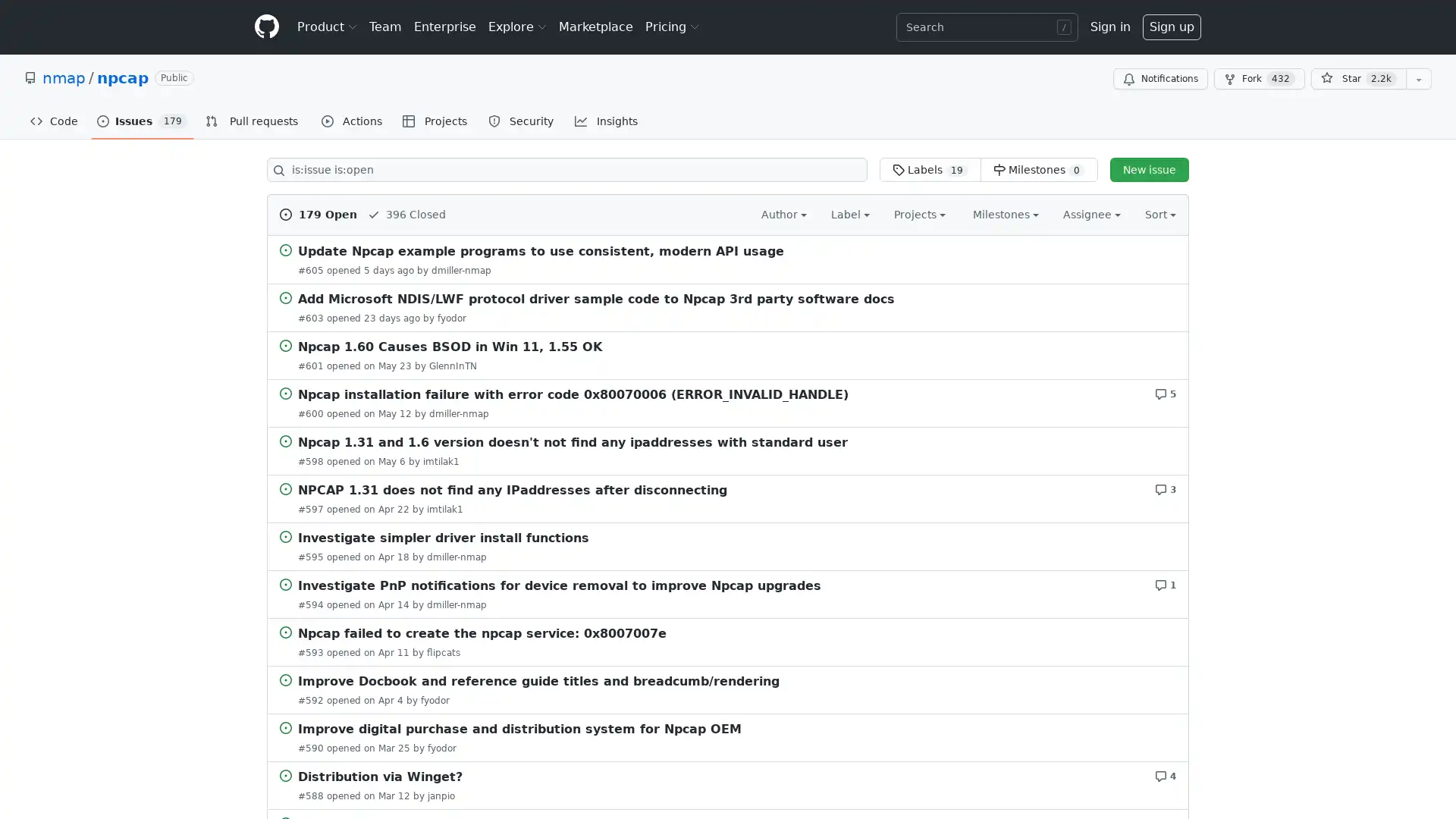  What do you see at coordinates (1418, 79) in the screenshot?
I see `You must be signed in to add this repository to a list` at bounding box center [1418, 79].